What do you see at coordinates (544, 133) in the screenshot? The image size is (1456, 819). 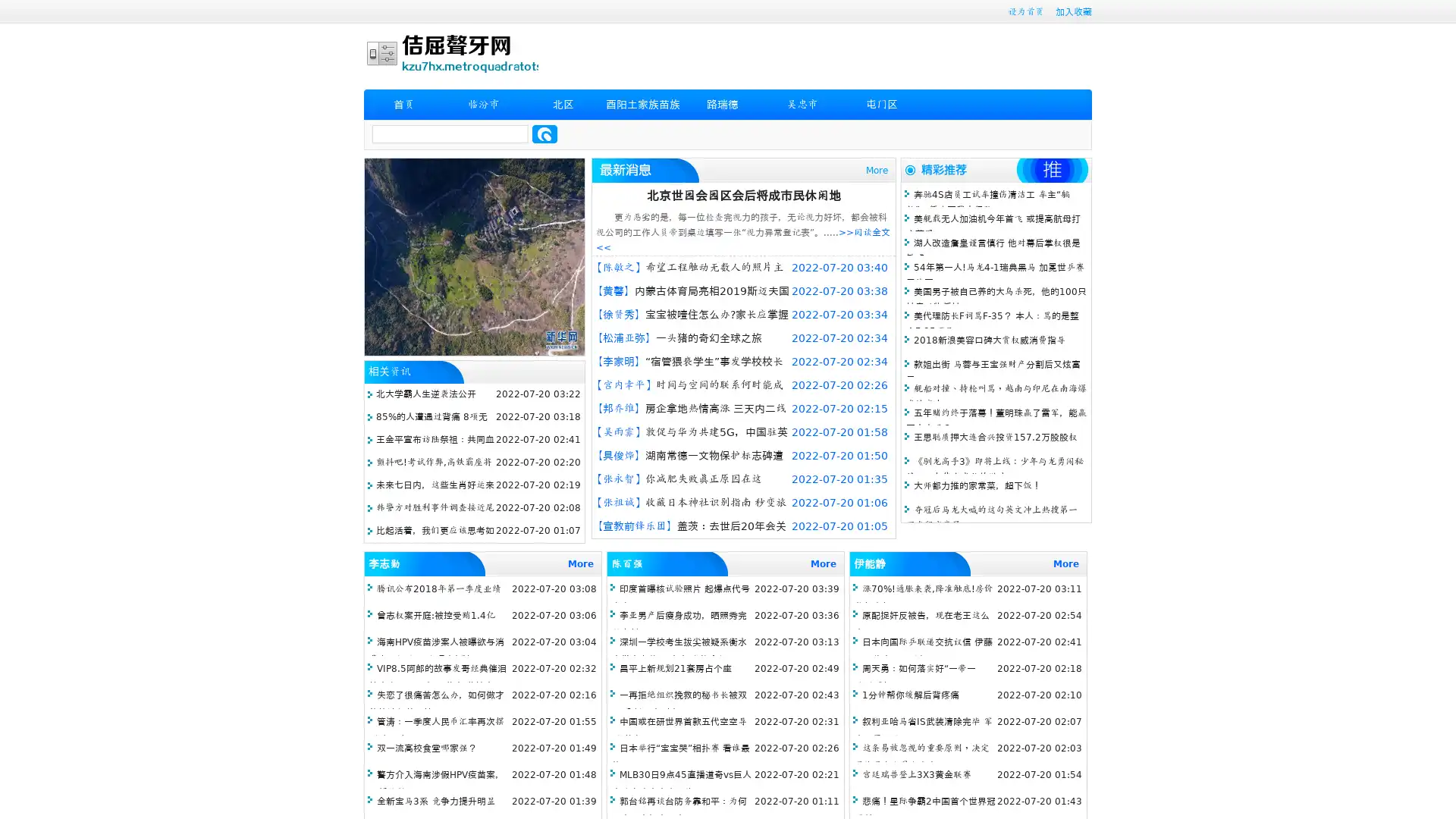 I see `Search` at bounding box center [544, 133].